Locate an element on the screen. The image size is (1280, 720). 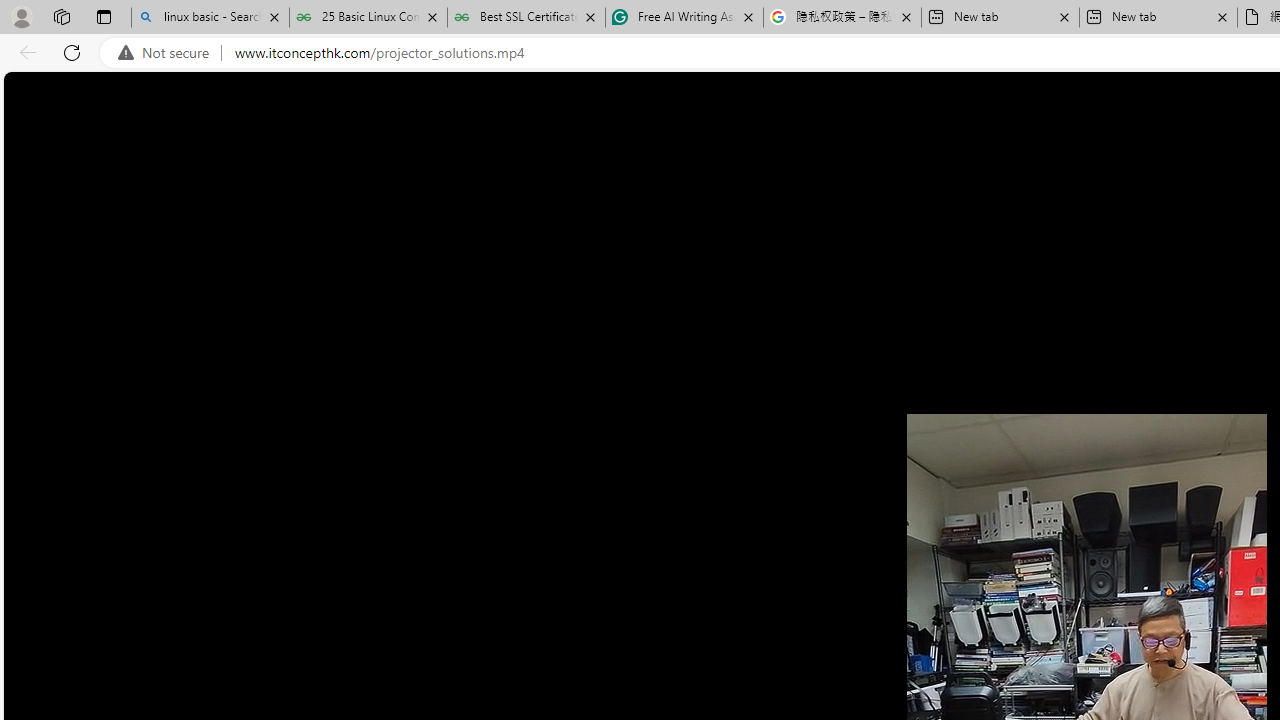
'linux basic - Search' is located at coordinates (210, 17).